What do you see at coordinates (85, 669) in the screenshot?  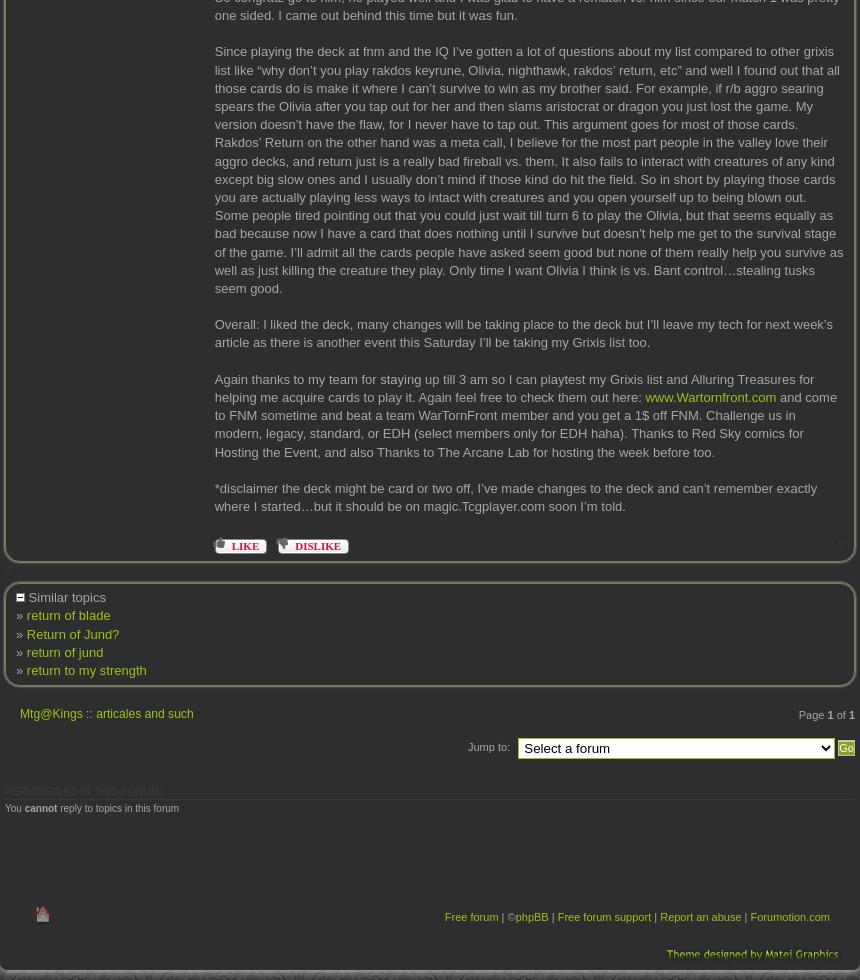 I see `'return to my strength'` at bounding box center [85, 669].